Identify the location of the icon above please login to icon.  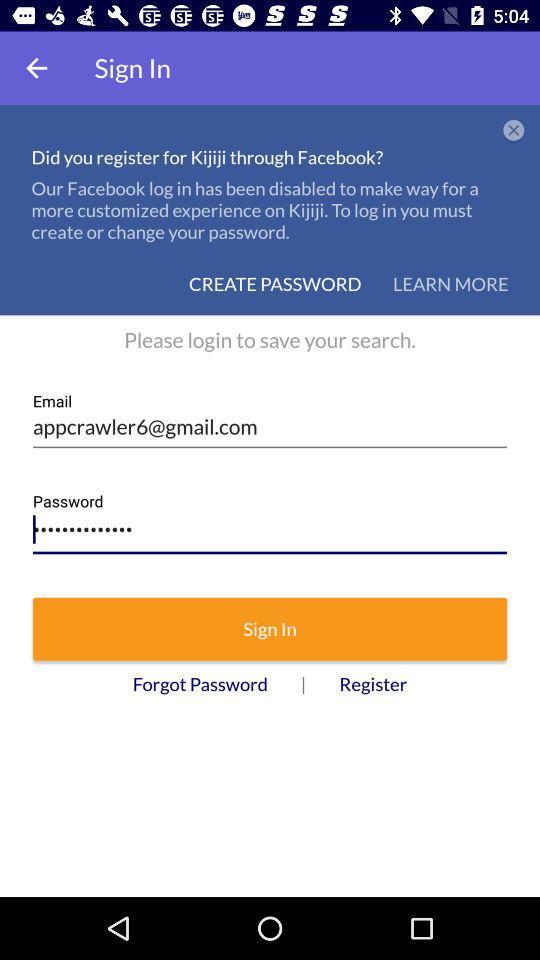
(450, 283).